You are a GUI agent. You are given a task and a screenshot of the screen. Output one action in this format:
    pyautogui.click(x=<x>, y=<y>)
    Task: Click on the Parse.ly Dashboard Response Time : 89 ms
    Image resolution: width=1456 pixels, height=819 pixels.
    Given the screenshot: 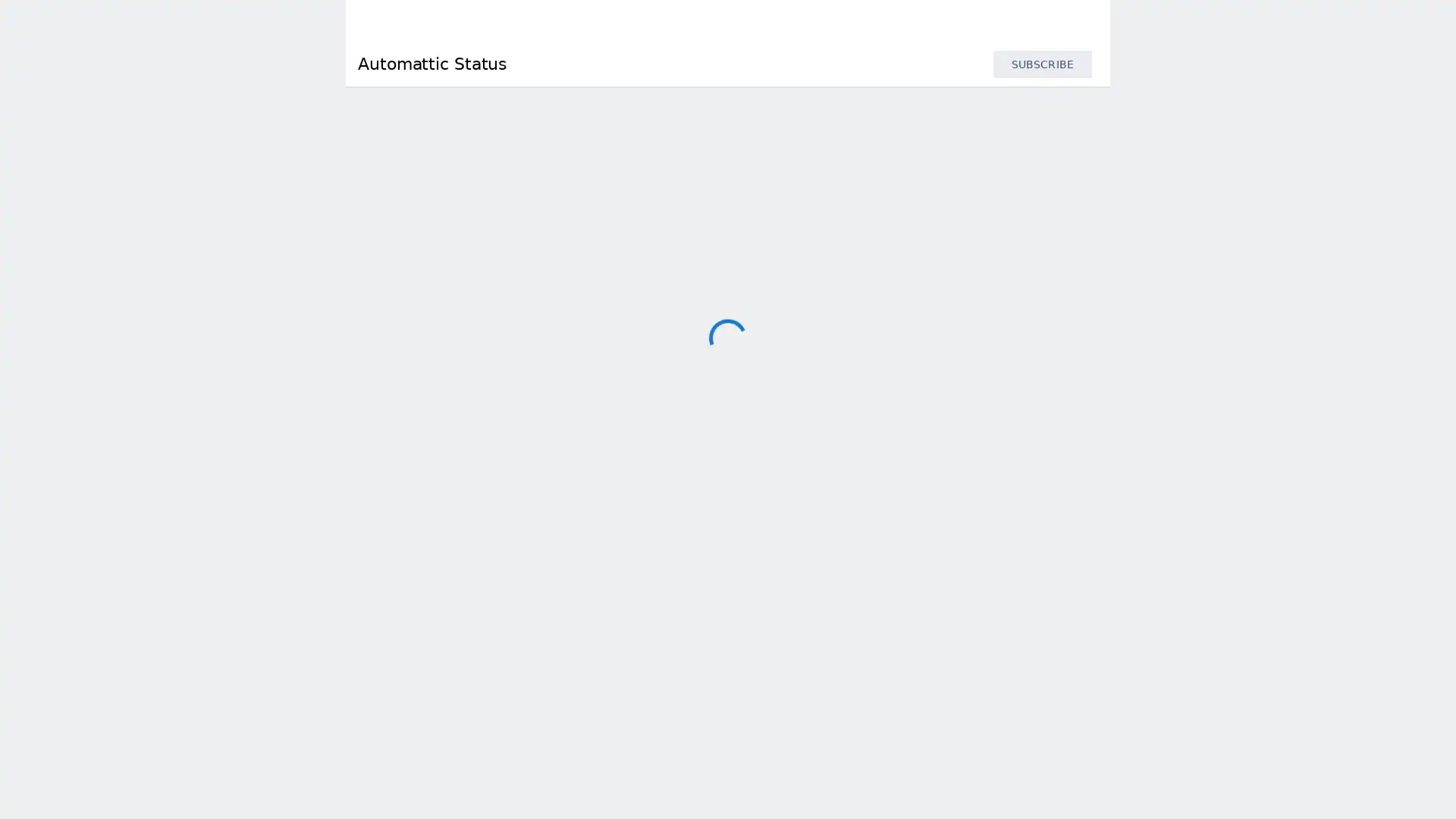 What is the action you would take?
    pyautogui.click(x=635, y=677)
    